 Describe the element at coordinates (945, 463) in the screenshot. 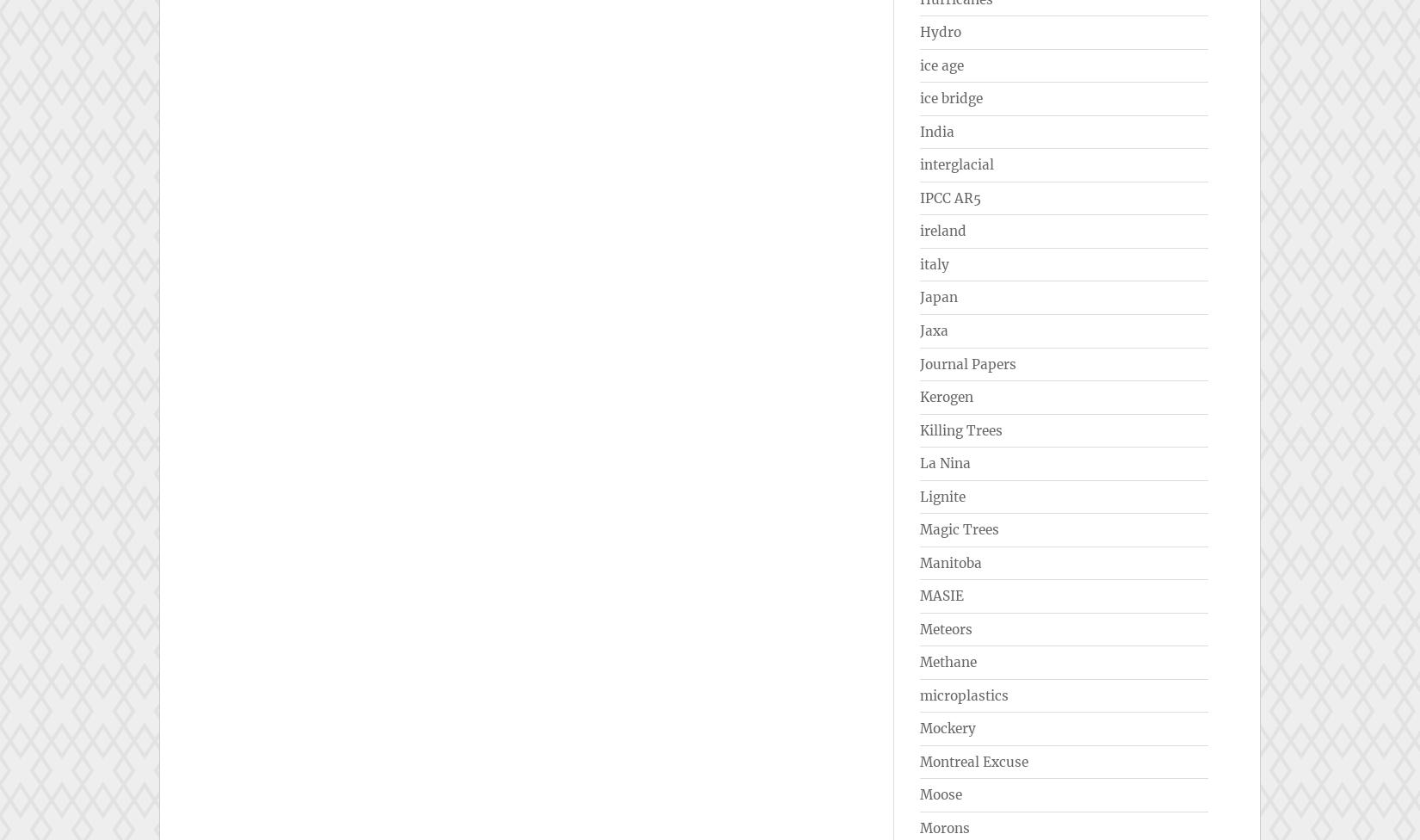

I see `'La Nina'` at that location.